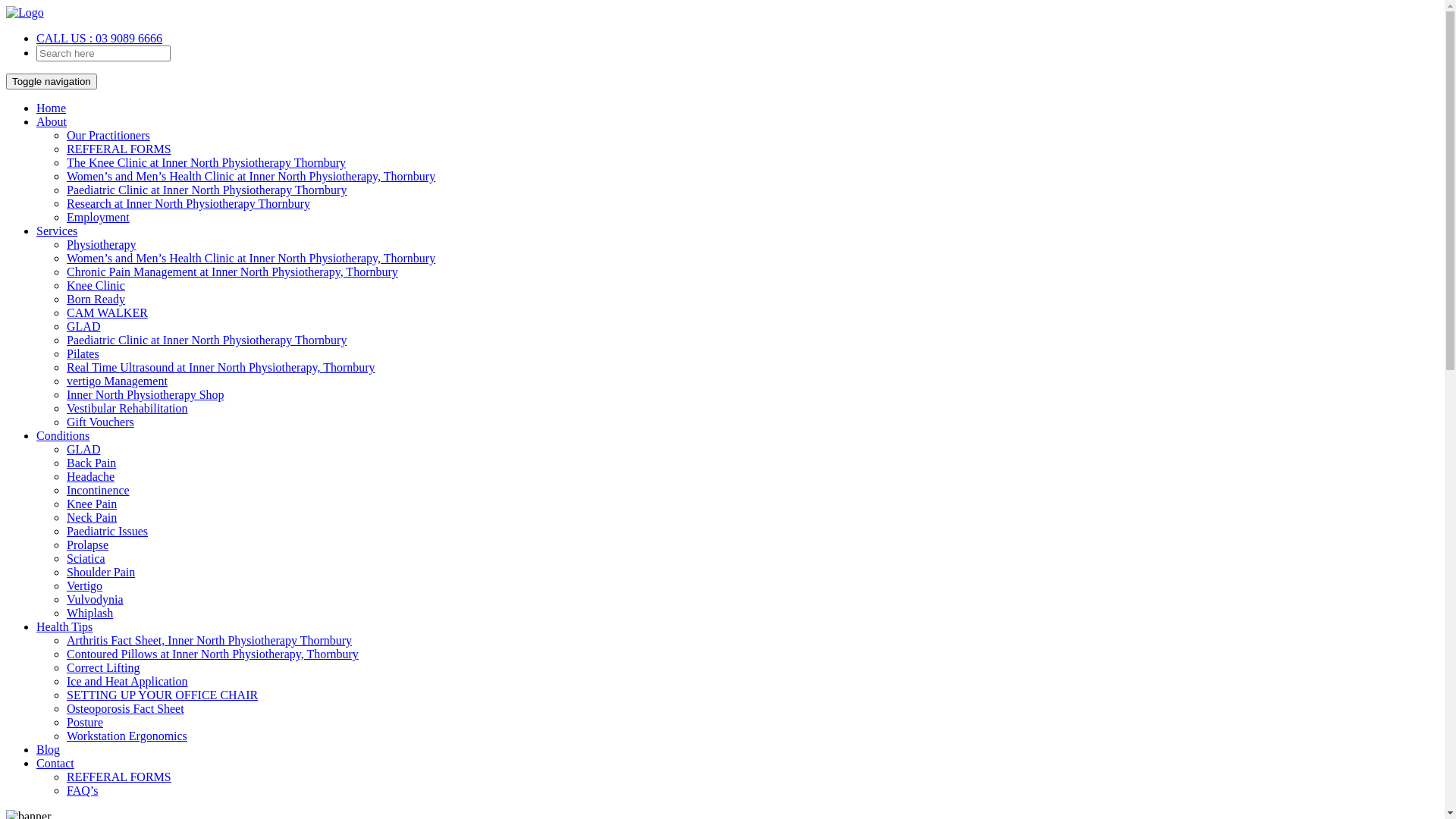 The height and width of the screenshot is (819, 1456). Describe the element at coordinates (65, 243) in the screenshot. I see `'Physiotherapy'` at that location.